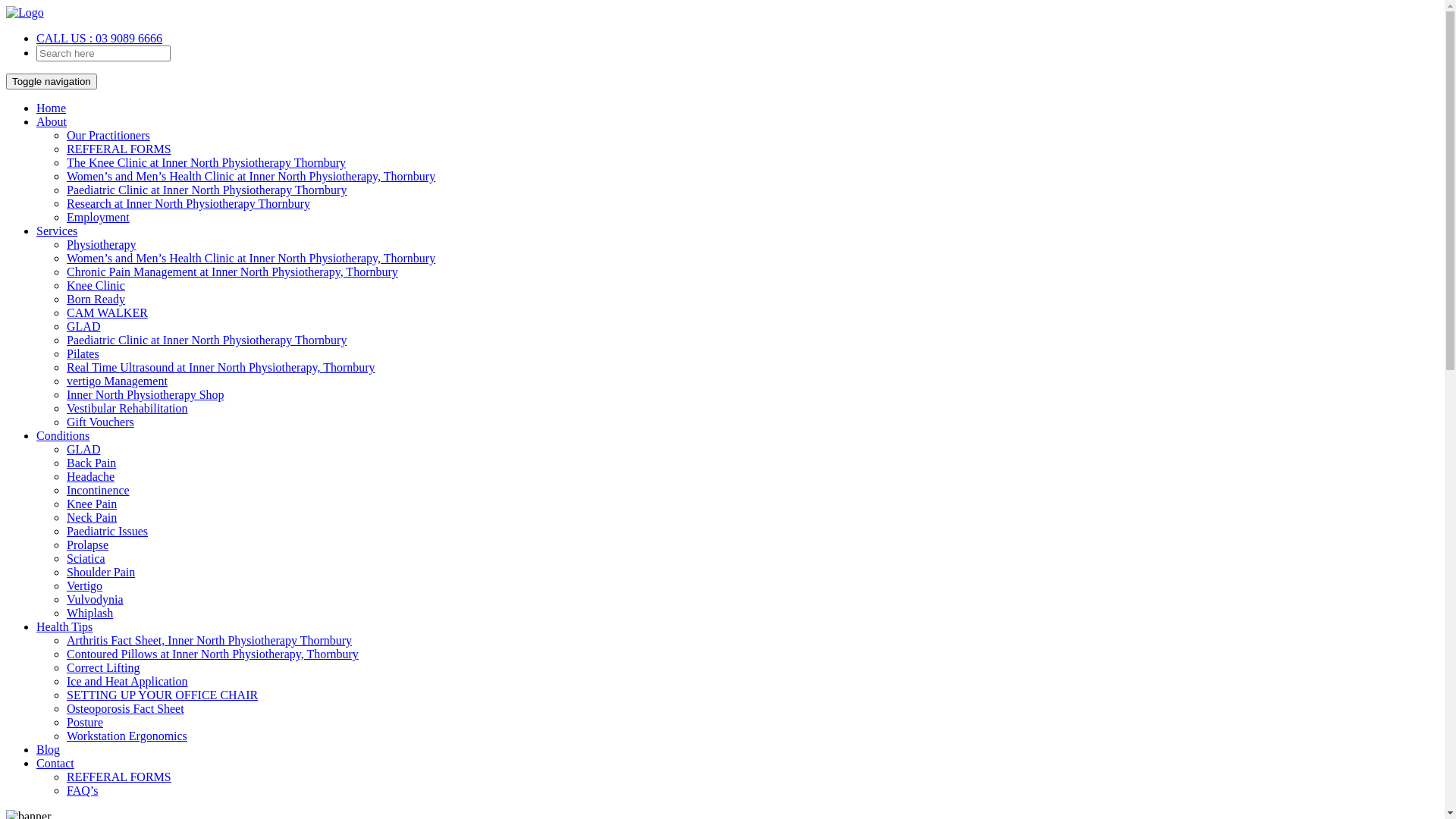 The height and width of the screenshot is (819, 1456). Describe the element at coordinates (65, 243) in the screenshot. I see `'Physiotherapy'` at that location.